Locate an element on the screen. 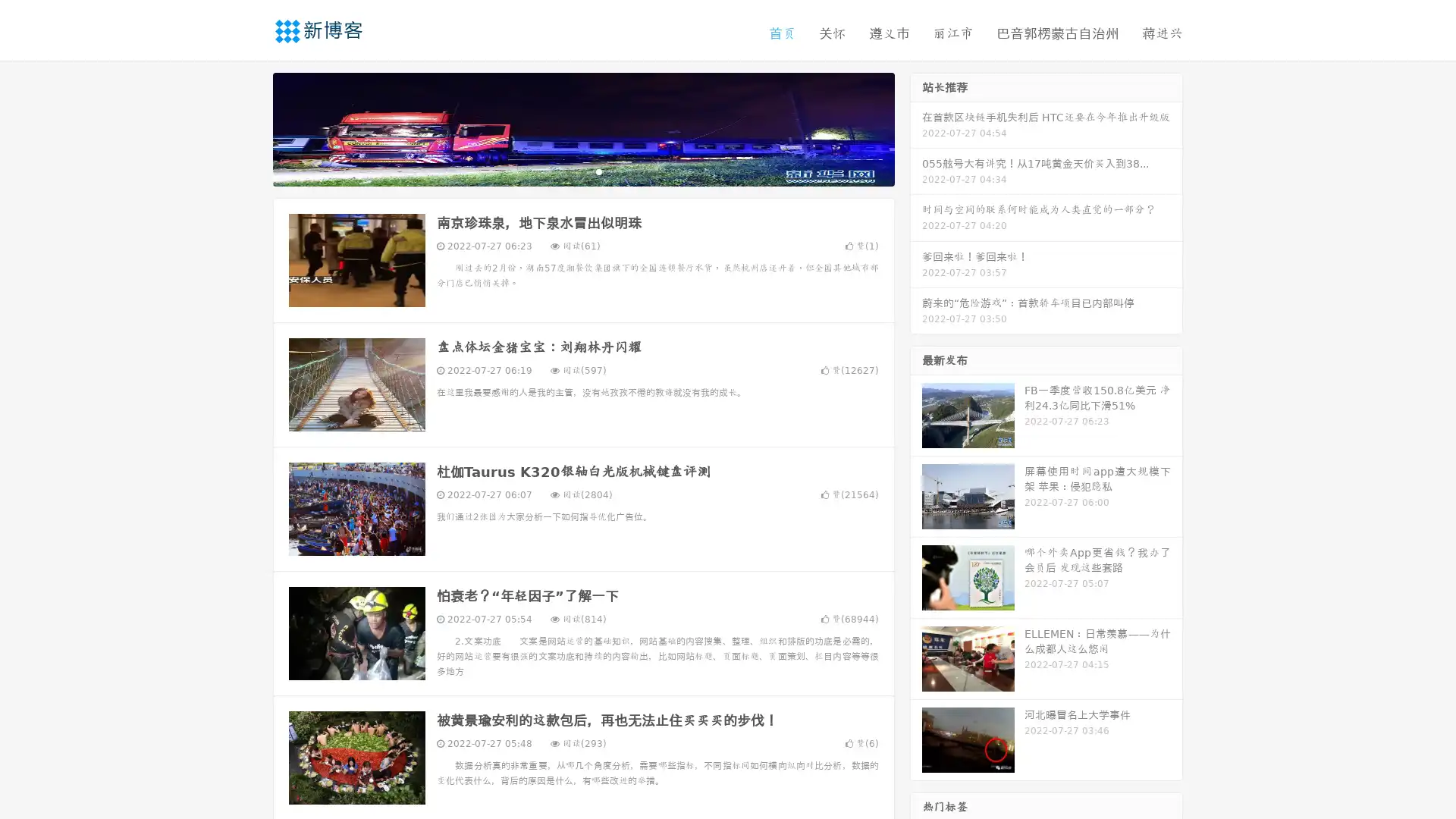 The width and height of the screenshot is (1456, 819). Previous slide is located at coordinates (250, 127).